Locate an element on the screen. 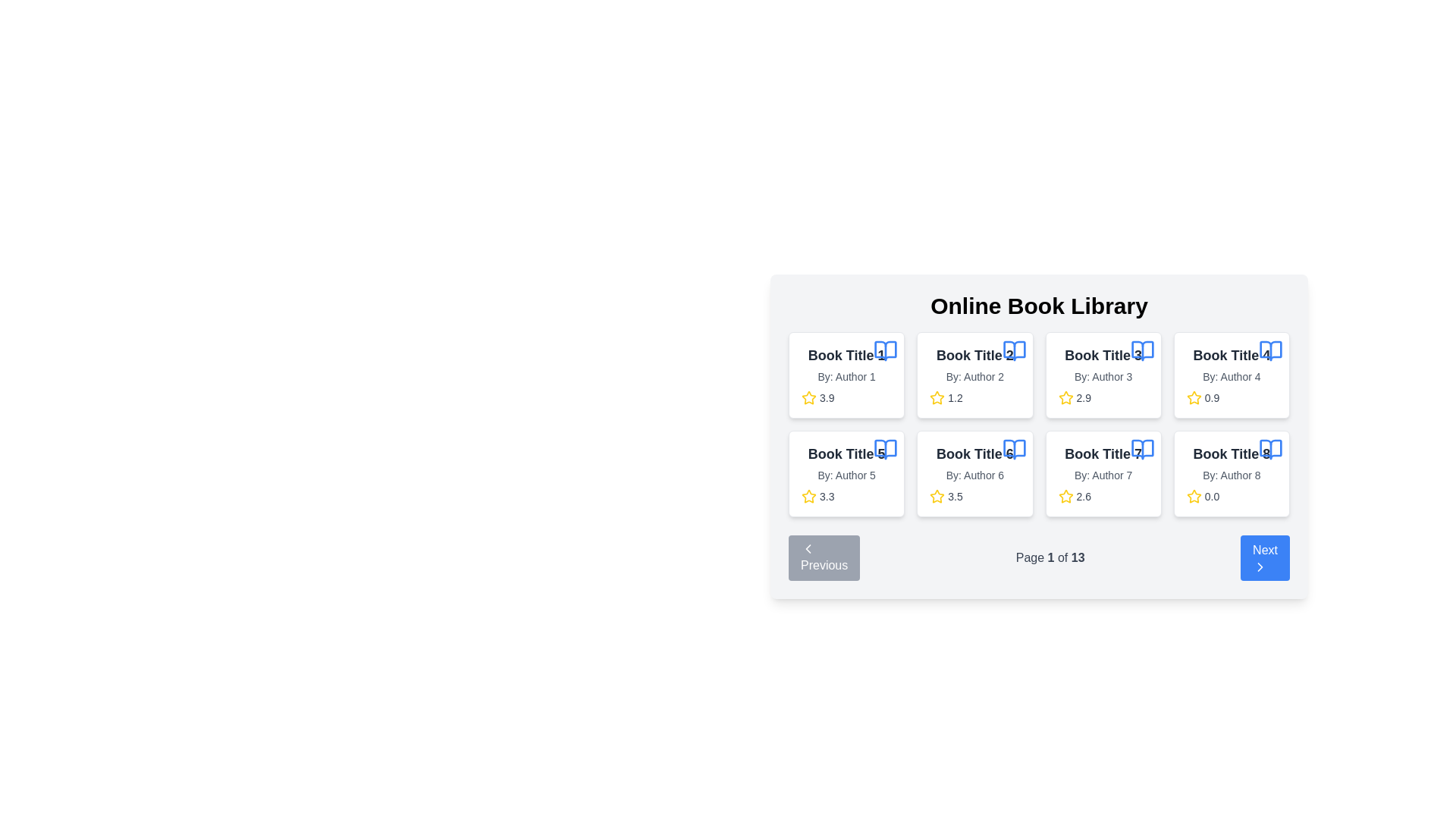  the Vector icon representing a book in the bottom-right corner of the 'Book Title 8' item card, which is non-interactive is located at coordinates (1270, 449).